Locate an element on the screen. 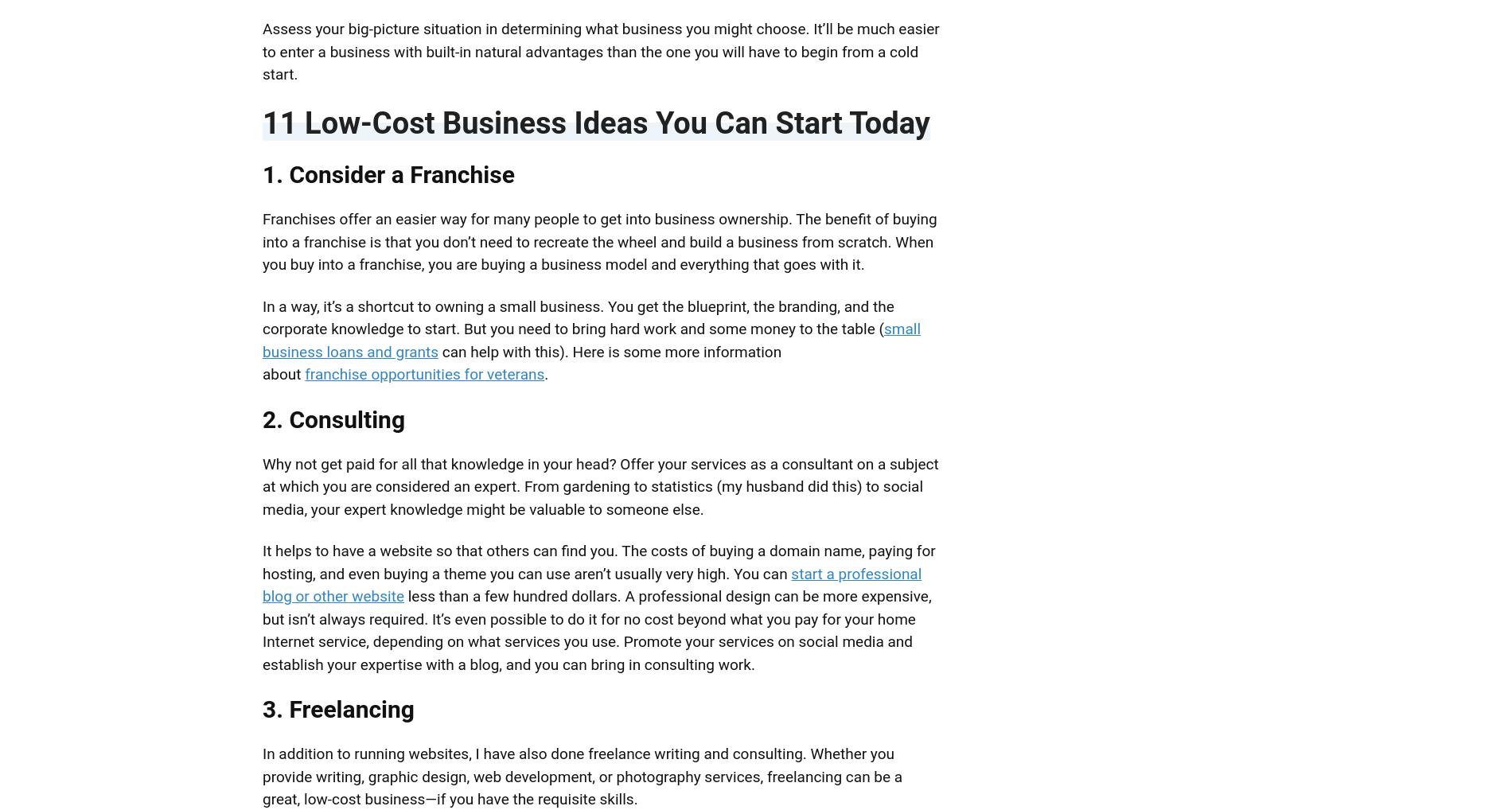 Image resolution: width=1512 pixels, height=810 pixels. 'In a way, it’s a shortcut to owning a small business. You get the blueprint, the branding, and the corporate knowledge to start. But you need to bring hard work and some money to the table (' is located at coordinates (262, 317).